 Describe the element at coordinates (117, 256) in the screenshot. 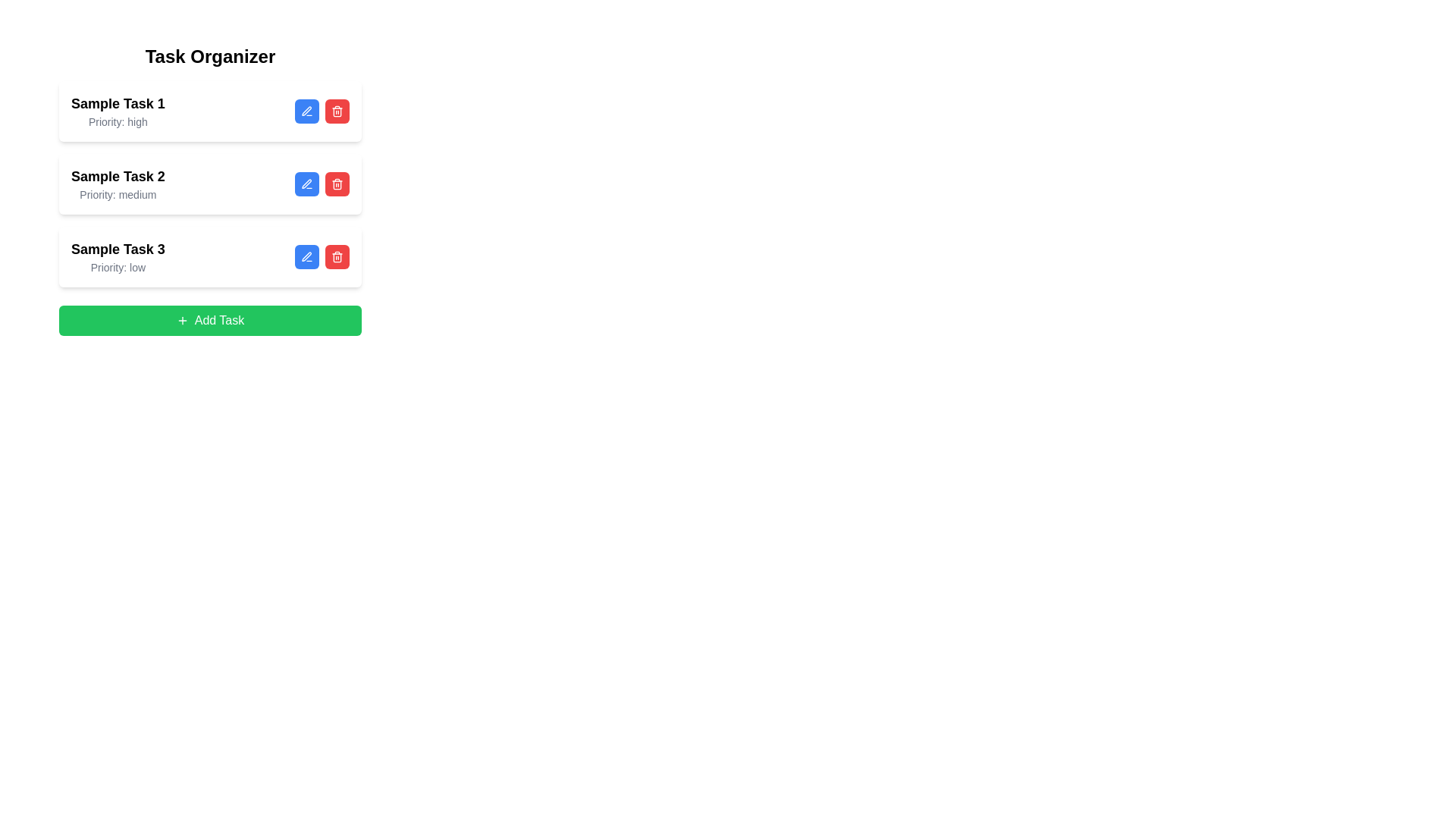

I see `the text display component that represents the third task in the vertical list, located above the 'Add Task' button` at that location.